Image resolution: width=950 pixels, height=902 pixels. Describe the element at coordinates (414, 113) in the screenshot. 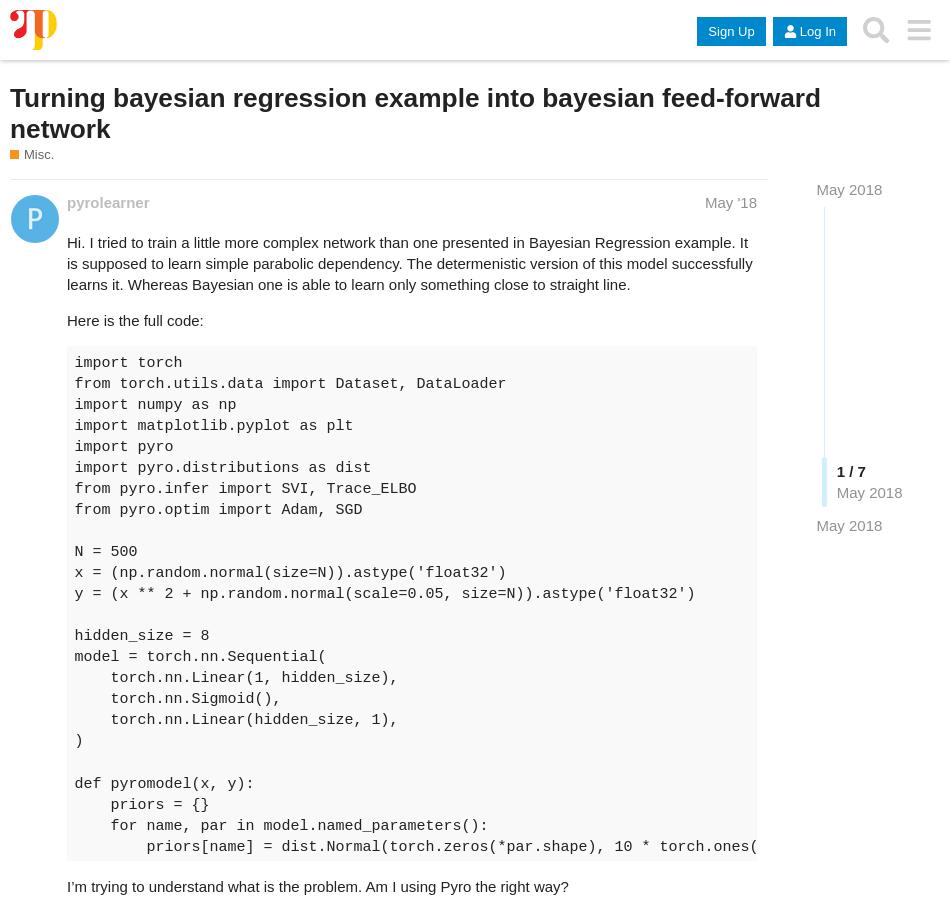

I see `'Turning bayesian regression example into bayesian feed-forward network'` at that location.